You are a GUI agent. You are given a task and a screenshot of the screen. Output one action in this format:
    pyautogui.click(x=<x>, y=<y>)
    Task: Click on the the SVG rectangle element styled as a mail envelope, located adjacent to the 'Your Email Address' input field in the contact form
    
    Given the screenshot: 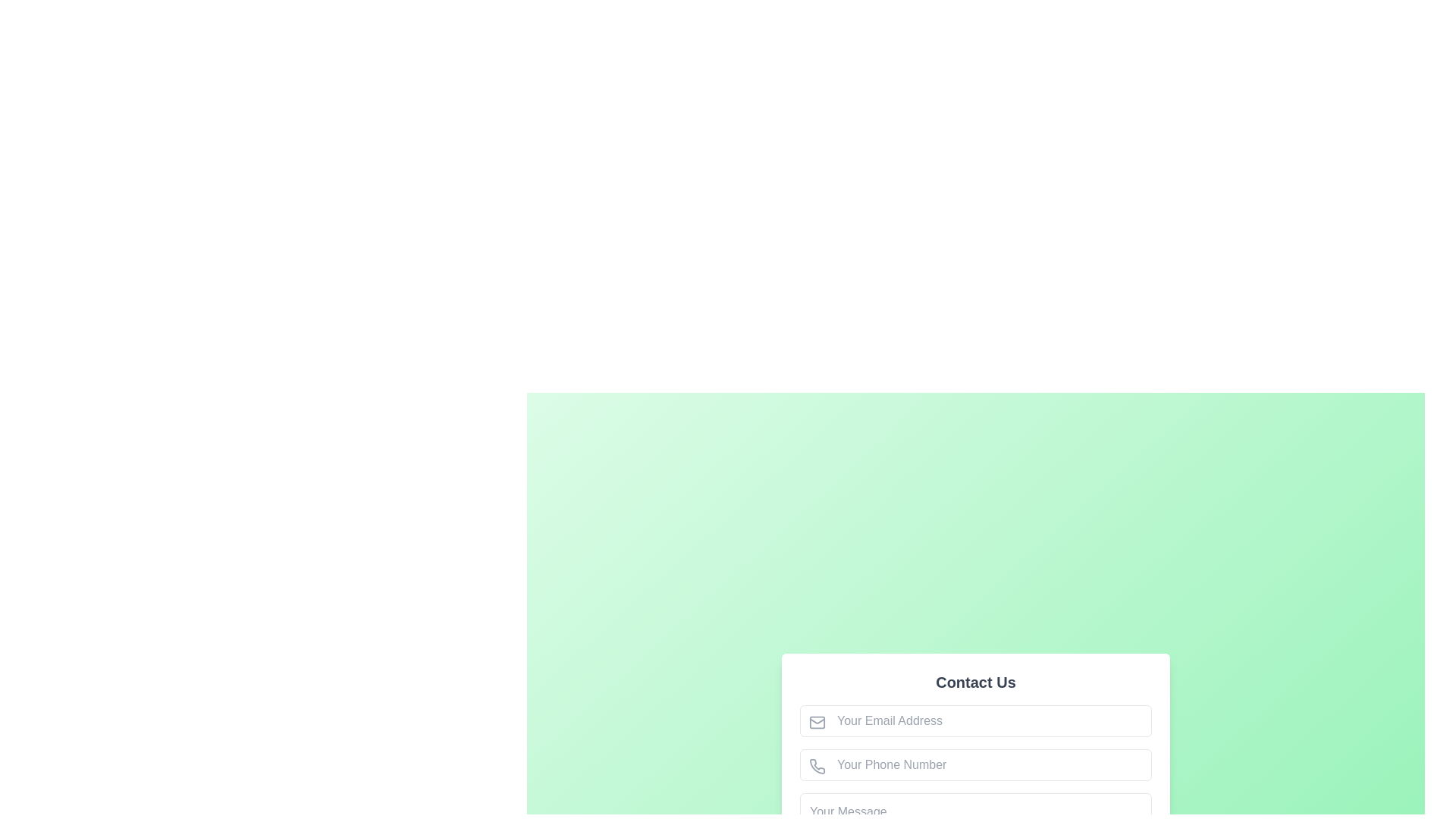 What is the action you would take?
    pyautogui.click(x=817, y=721)
    